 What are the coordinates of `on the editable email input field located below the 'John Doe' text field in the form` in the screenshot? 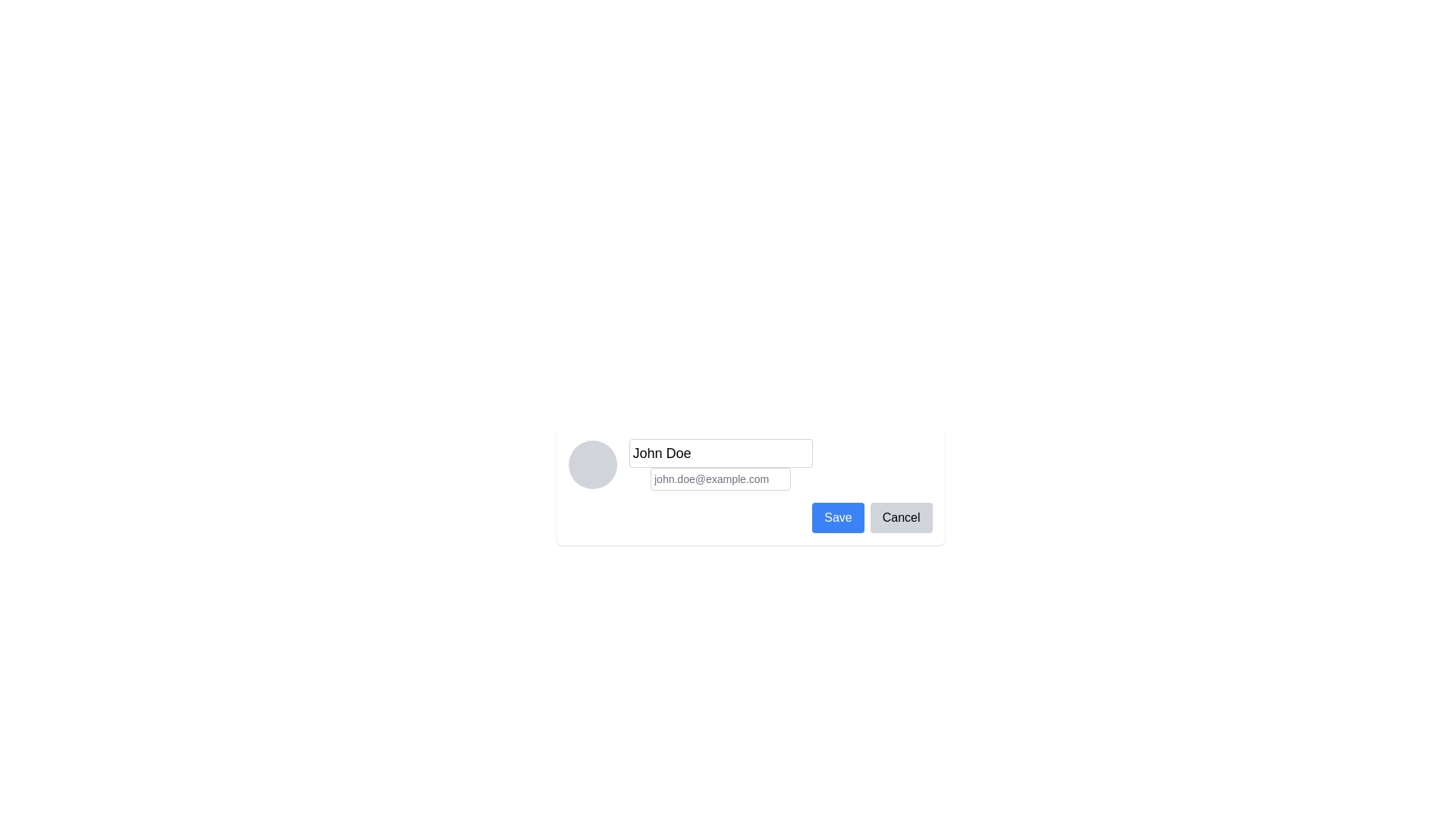 It's located at (720, 479).